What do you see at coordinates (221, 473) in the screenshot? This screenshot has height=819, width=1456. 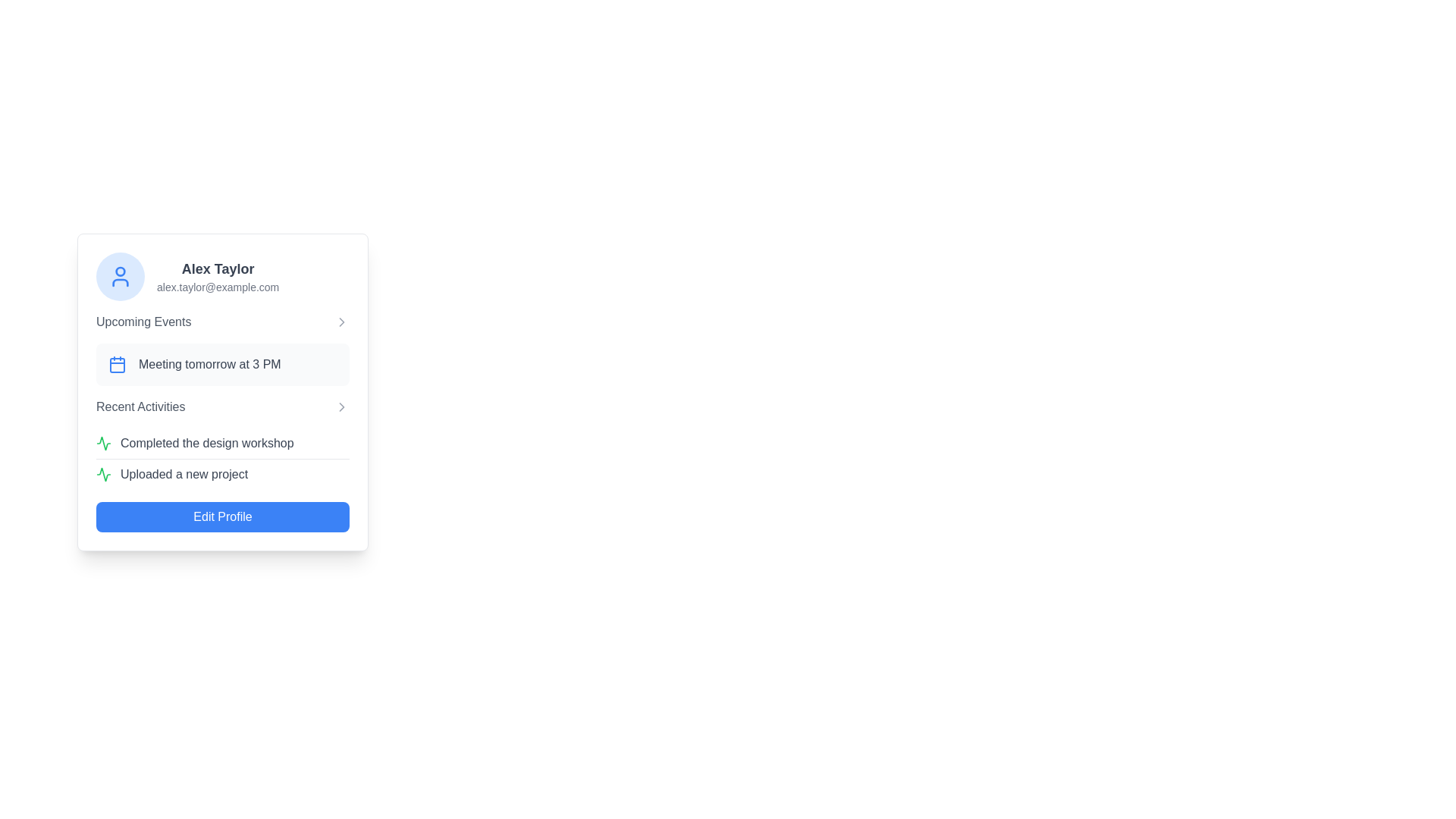 I see `text component that displays 'Uploaded a new project', which is the second item in the 'Recent Activities' section of the profile card` at bounding box center [221, 473].